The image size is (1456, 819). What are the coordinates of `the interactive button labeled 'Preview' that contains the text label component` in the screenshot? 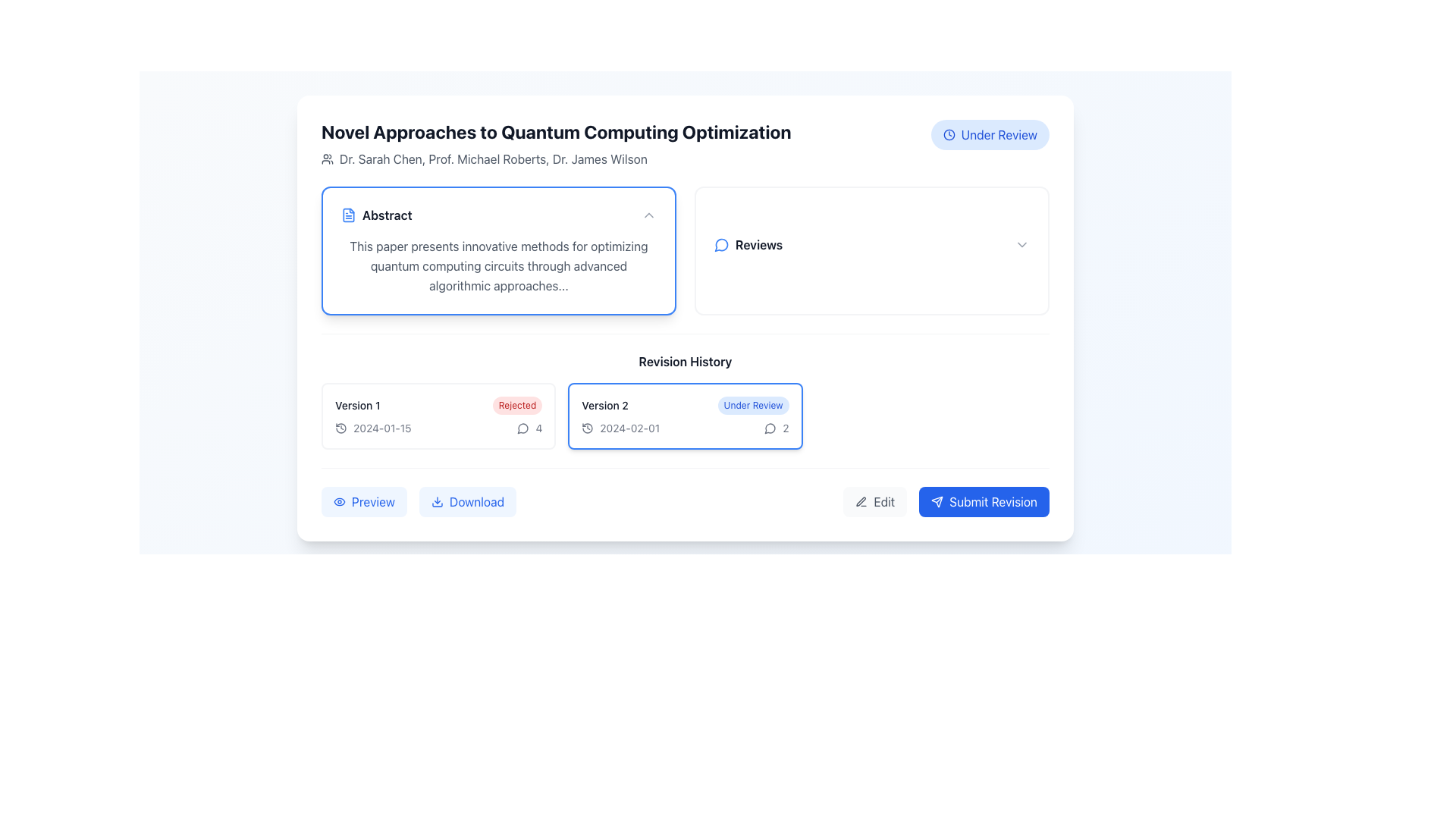 It's located at (373, 502).